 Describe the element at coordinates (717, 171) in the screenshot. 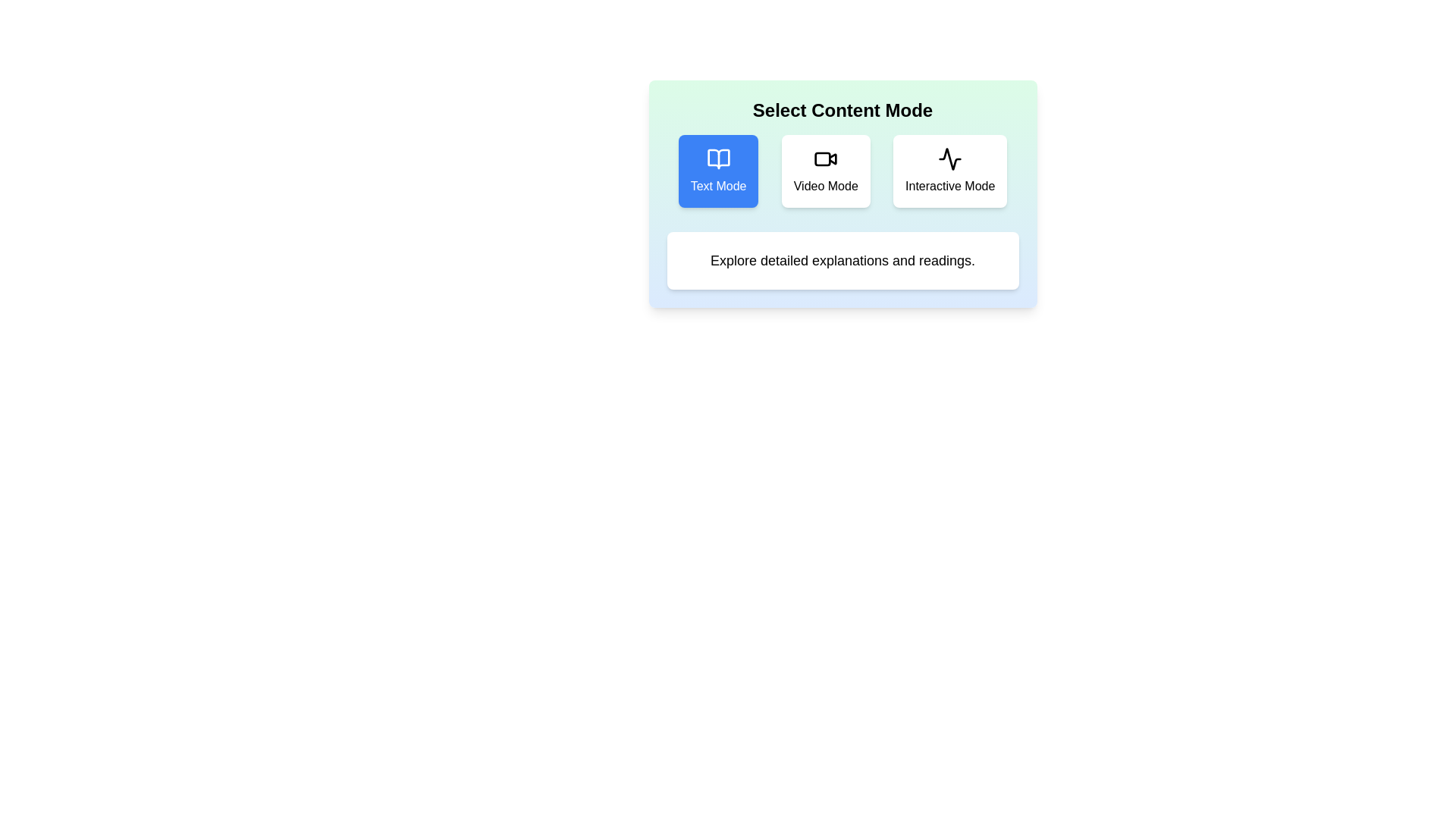

I see `the Text Mode button to see its hover effect` at that location.